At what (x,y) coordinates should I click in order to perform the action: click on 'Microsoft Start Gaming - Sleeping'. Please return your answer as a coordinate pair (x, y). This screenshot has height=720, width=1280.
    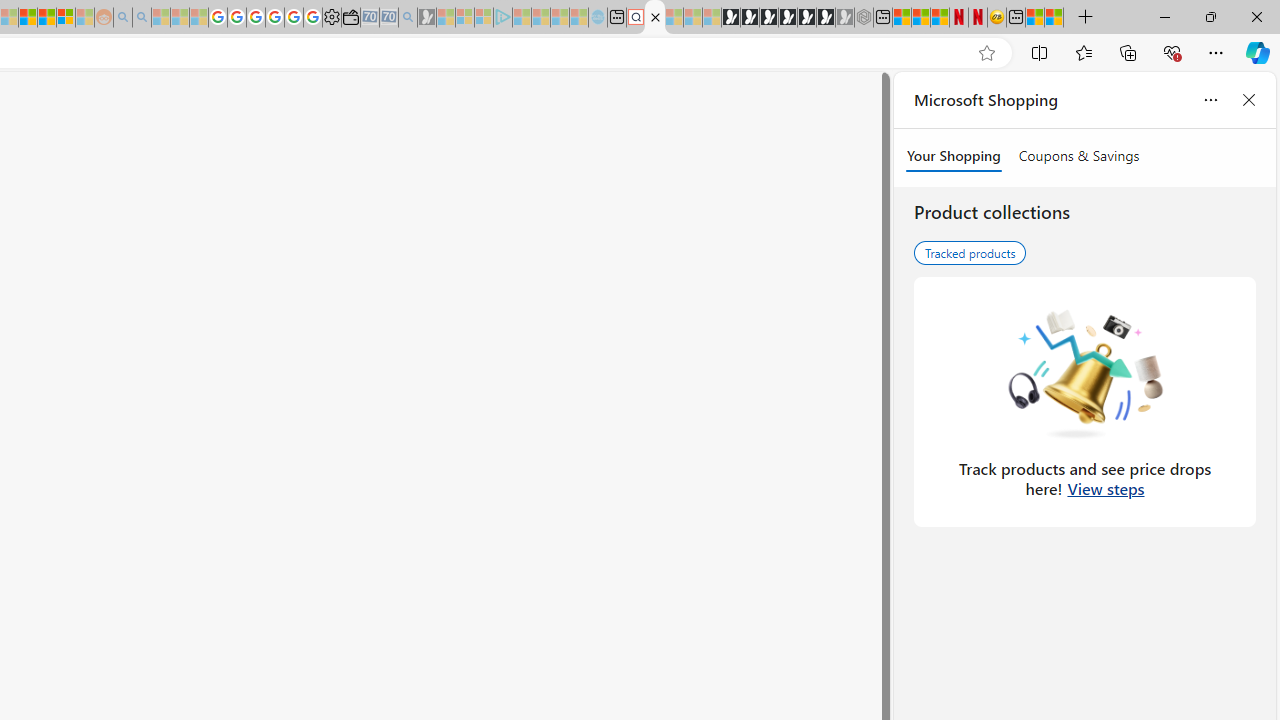
    Looking at the image, I should click on (426, 17).